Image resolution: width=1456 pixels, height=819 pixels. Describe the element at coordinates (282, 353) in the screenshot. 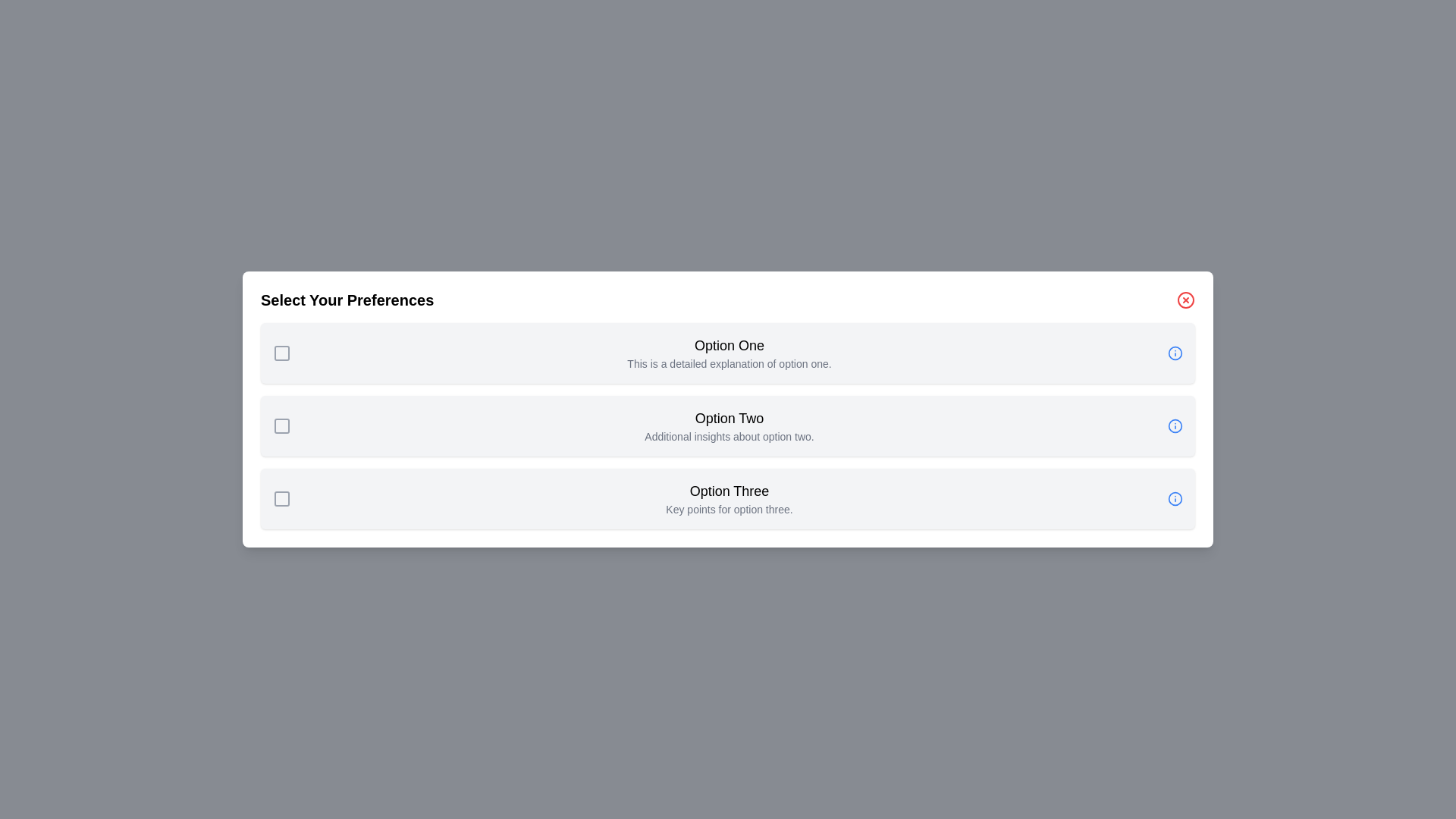

I see `the checkbox element located to the left of the 'Option One' text in the 'Select Your Preferences' section` at that location.